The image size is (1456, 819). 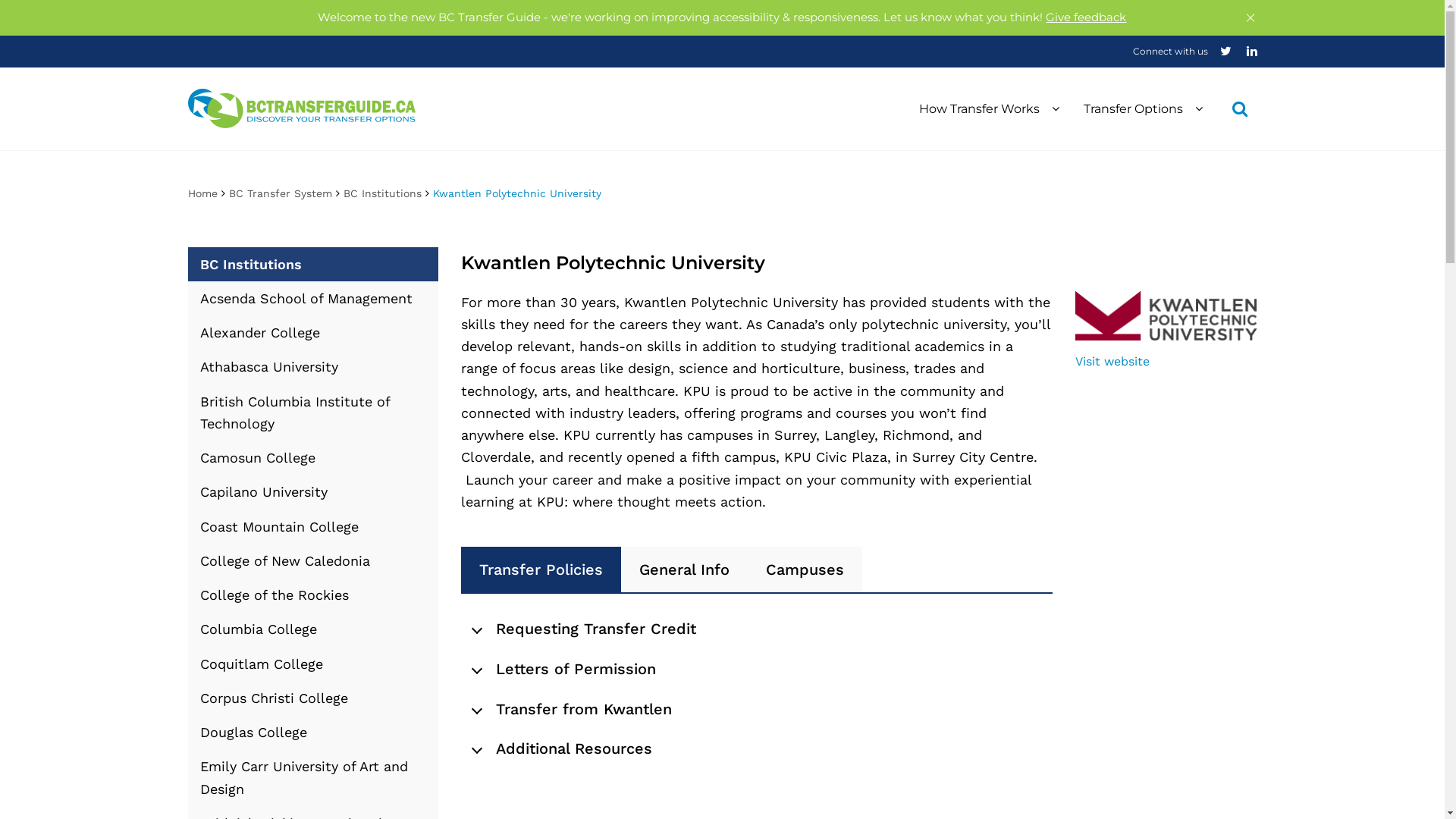 I want to click on 'British Columbia Institute of Technology', so click(x=312, y=412).